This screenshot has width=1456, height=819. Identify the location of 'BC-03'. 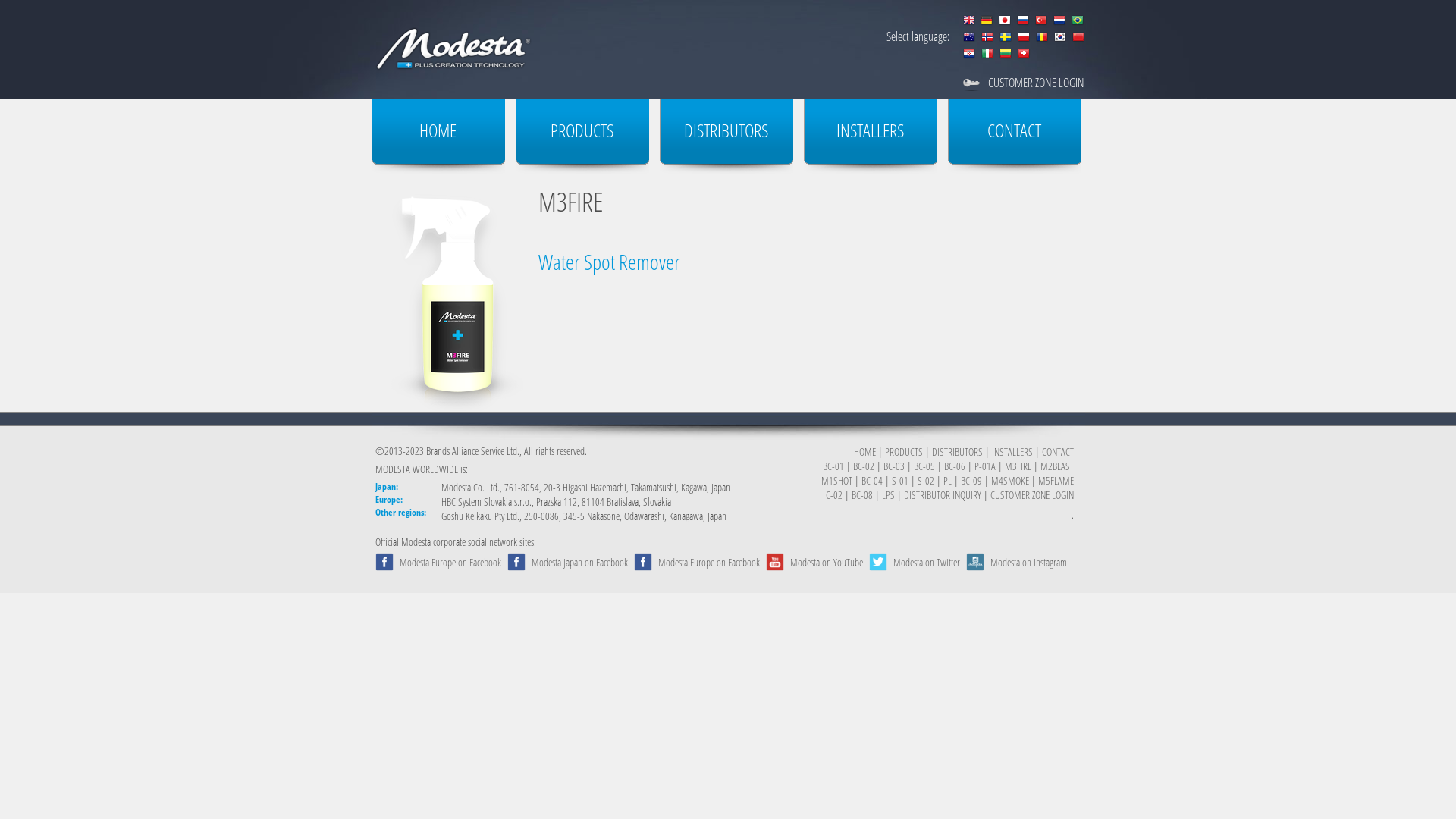
(894, 465).